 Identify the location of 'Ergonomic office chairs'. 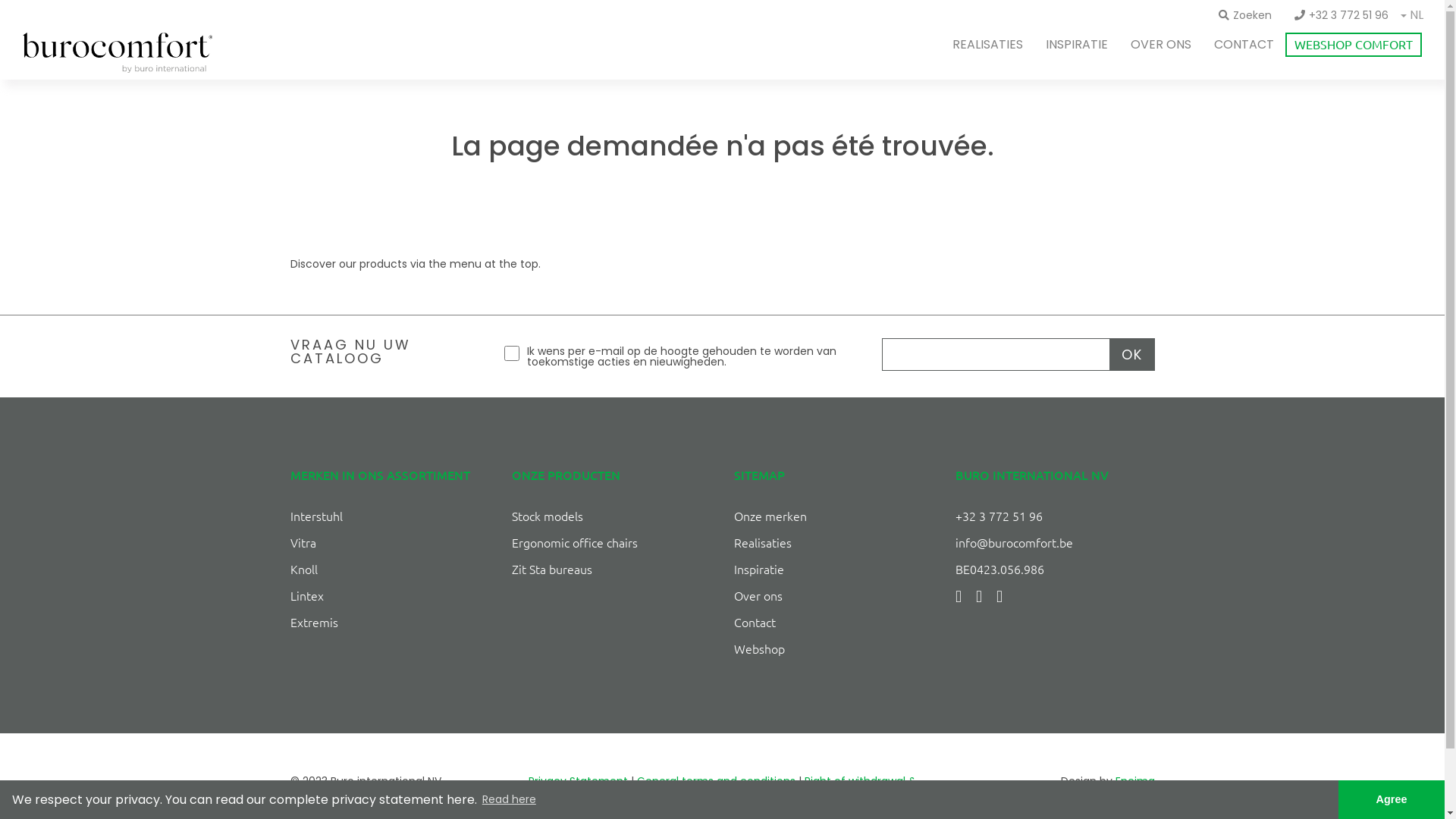
(574, 541).